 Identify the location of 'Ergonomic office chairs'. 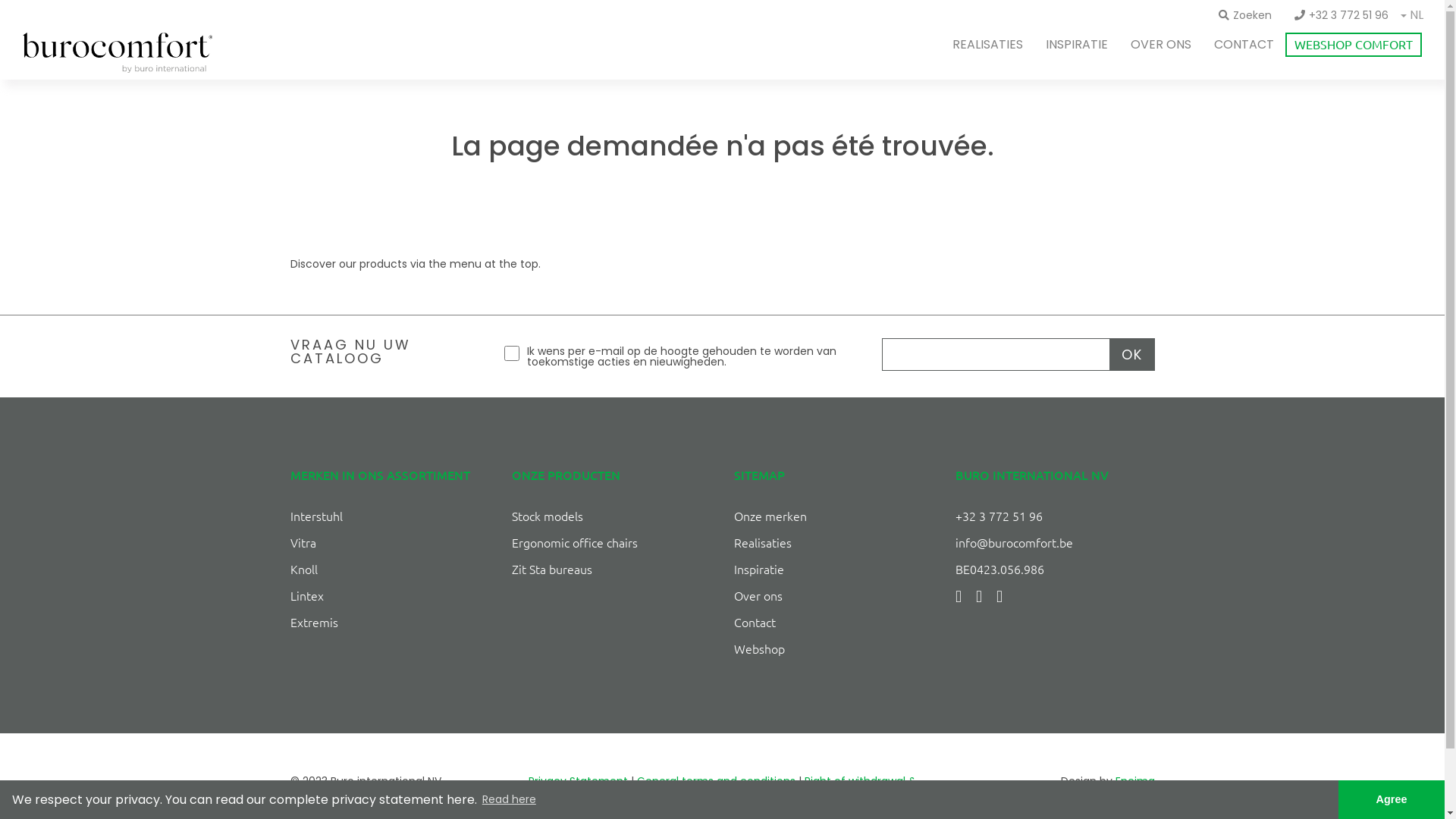
(574, 541).